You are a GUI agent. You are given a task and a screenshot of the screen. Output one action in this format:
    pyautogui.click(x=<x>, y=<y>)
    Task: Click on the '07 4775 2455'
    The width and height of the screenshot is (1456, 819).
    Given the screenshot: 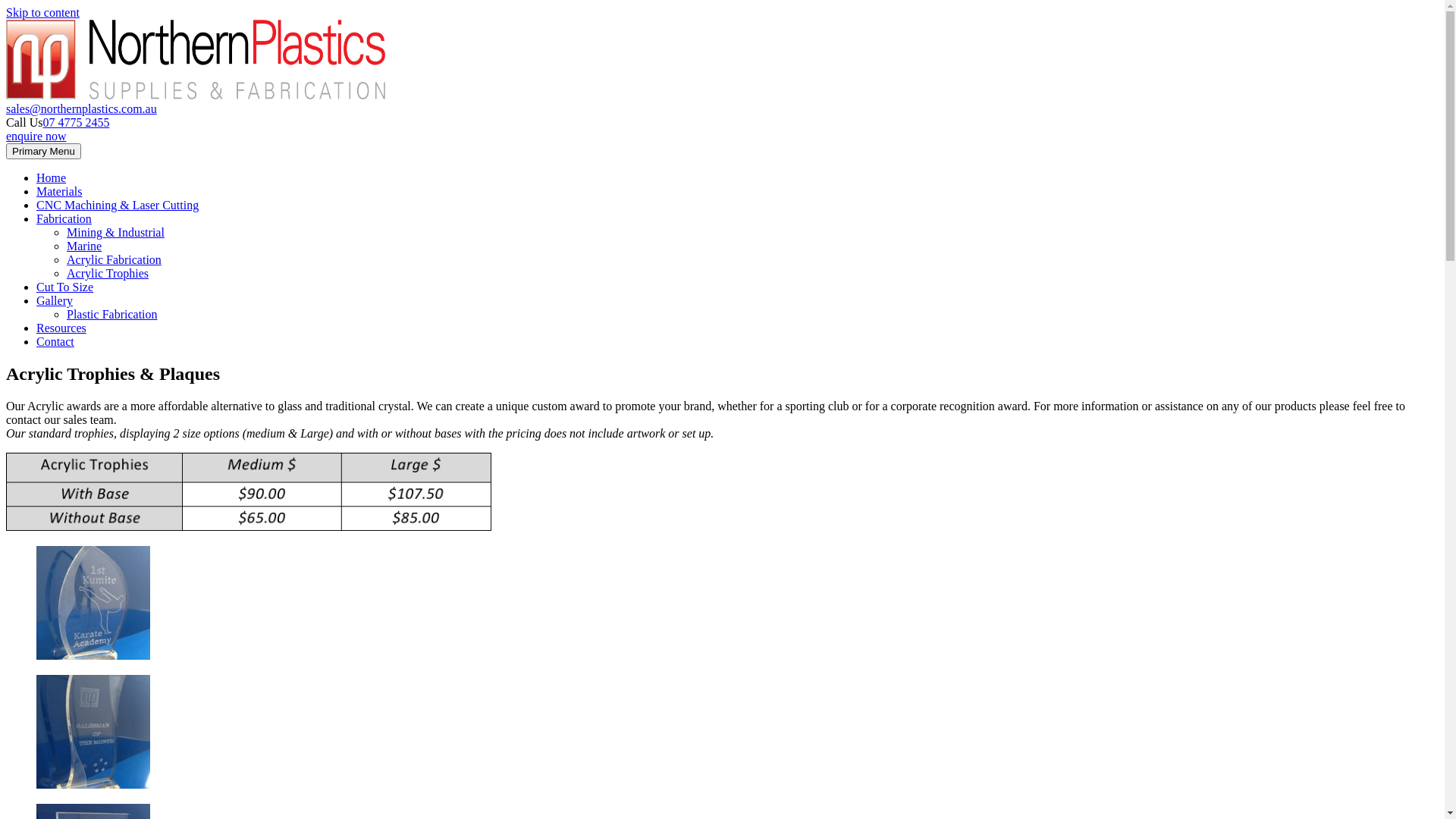 What is the action you would take?
    pyautogui.click(x=42, y=121)
    